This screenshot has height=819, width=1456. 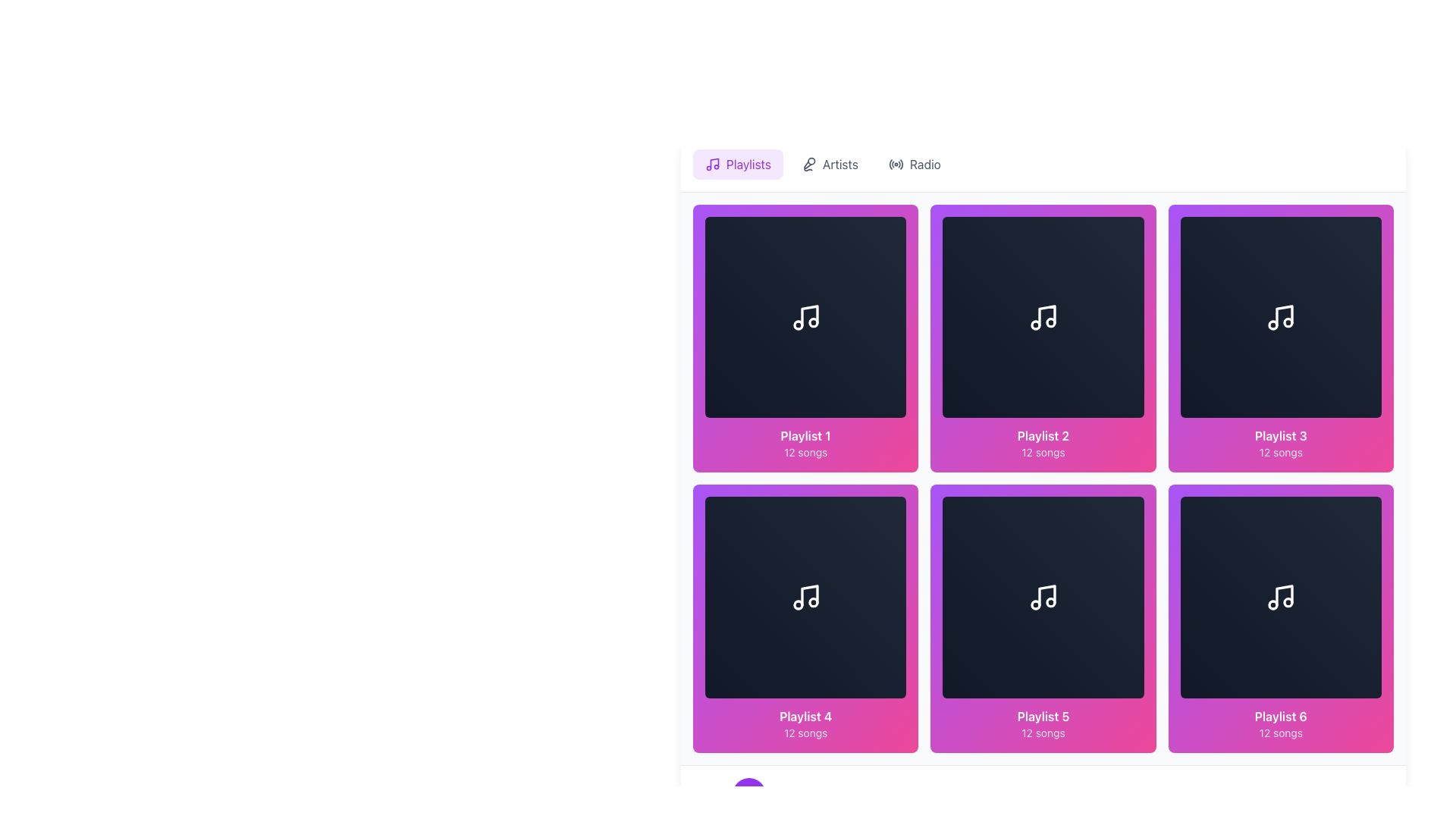 What do you see at coordinates (1273, 604) in the screenshot?
I see `the decorative circle within the 'Playlist 6' card, which is the second circular element in the music note icon` at bounding box center [1273, 604].